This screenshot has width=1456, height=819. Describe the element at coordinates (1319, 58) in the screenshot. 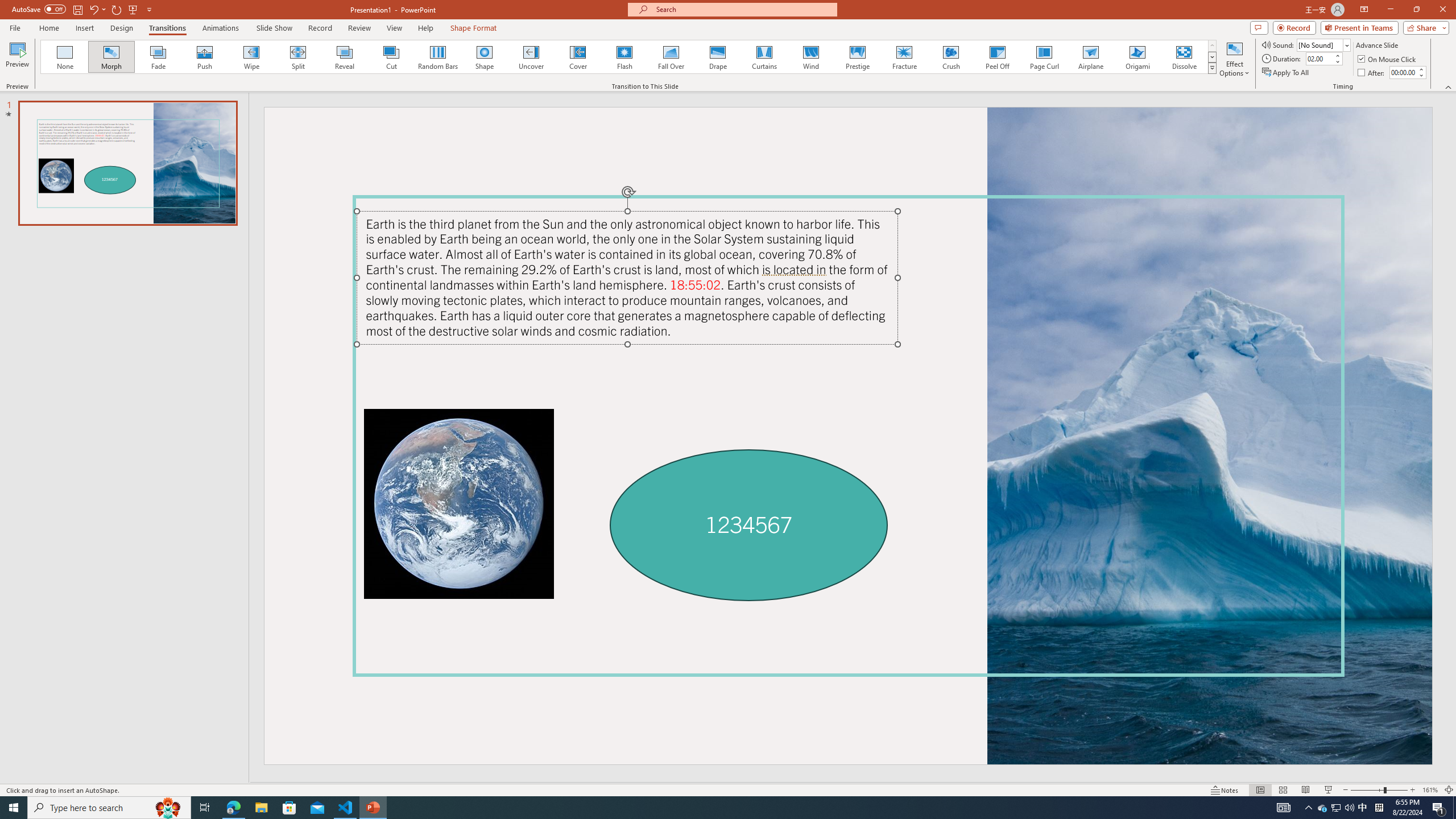

I see `'Duration'` at that location.